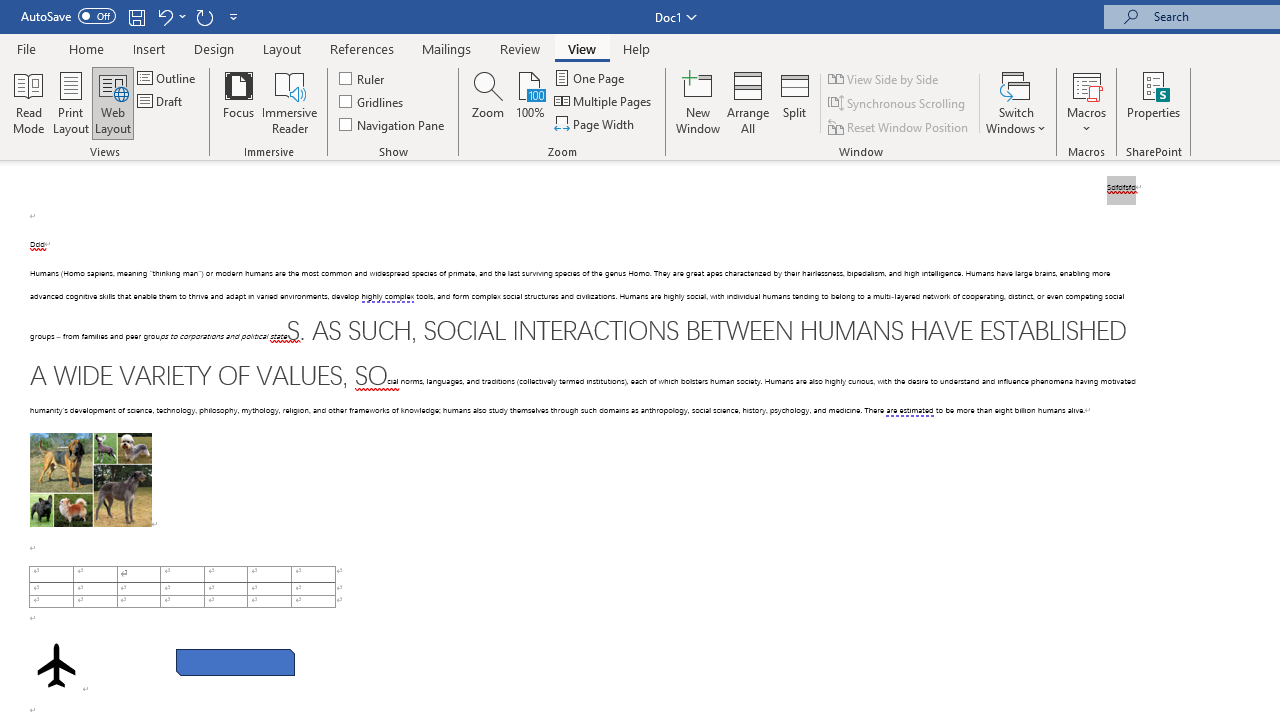  I want to click on 'Split', so click(794, 103).